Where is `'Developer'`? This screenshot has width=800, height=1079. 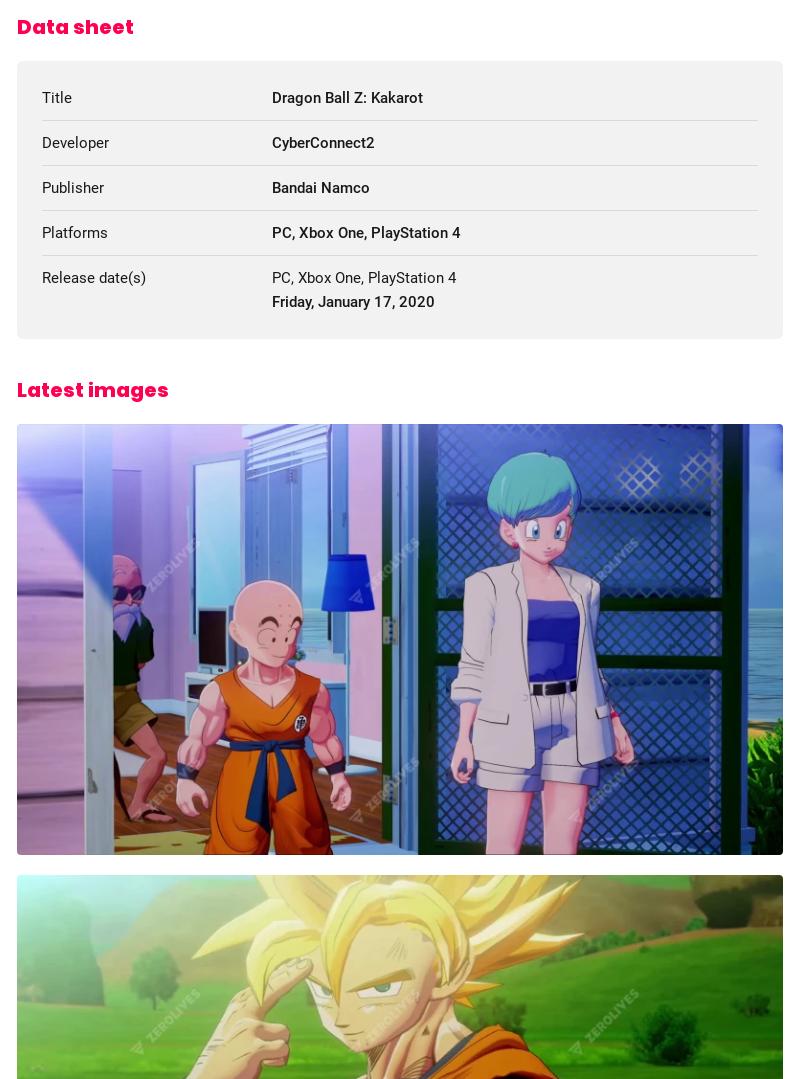
'Developer' is located at coordinates (41, 141).